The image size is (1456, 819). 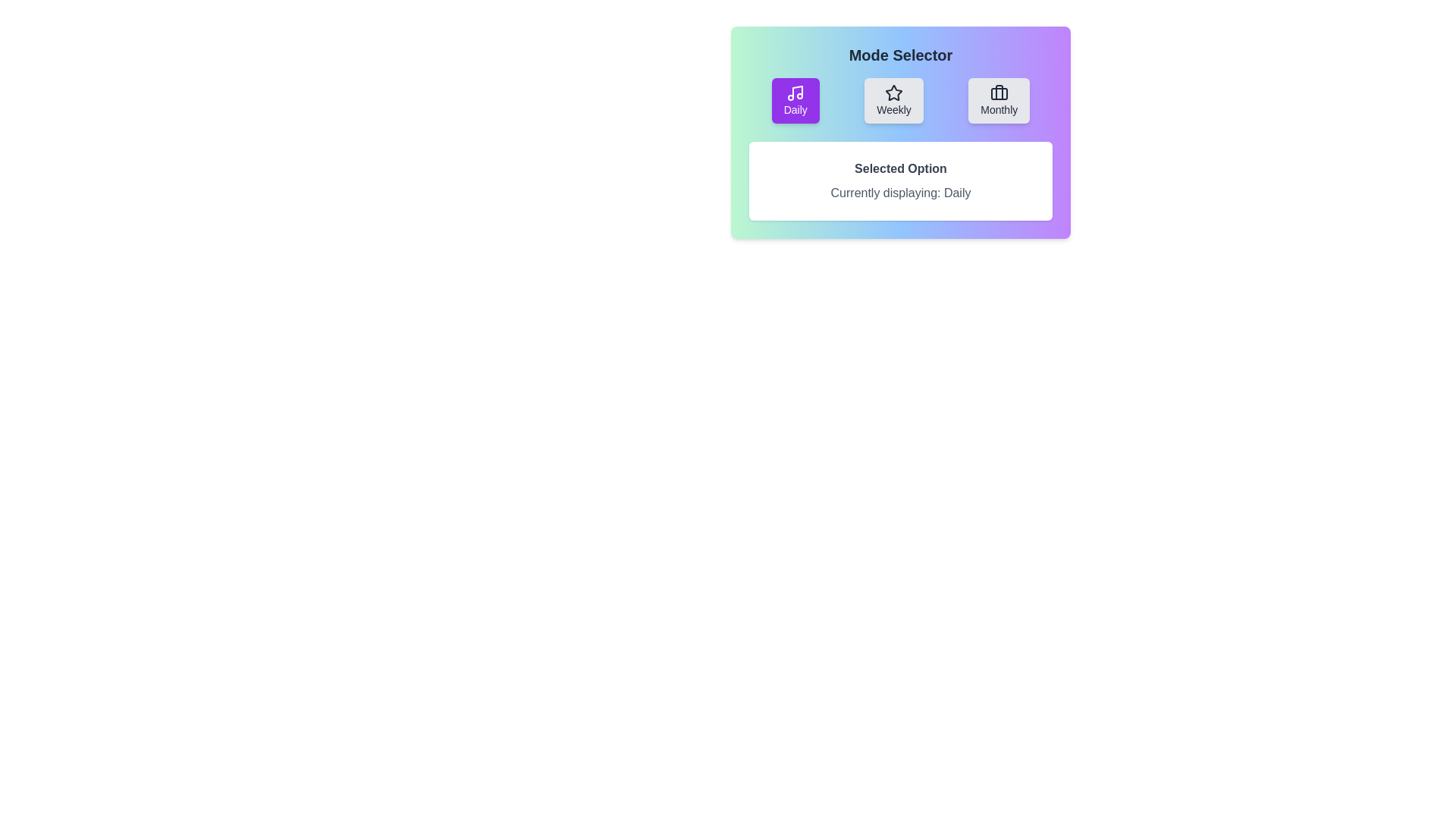 I want to click on the button that switches the application to the 'Weekly' view, positioned between the 'Daily' and 'Monthly' buttons, so click(x=894, y=100).